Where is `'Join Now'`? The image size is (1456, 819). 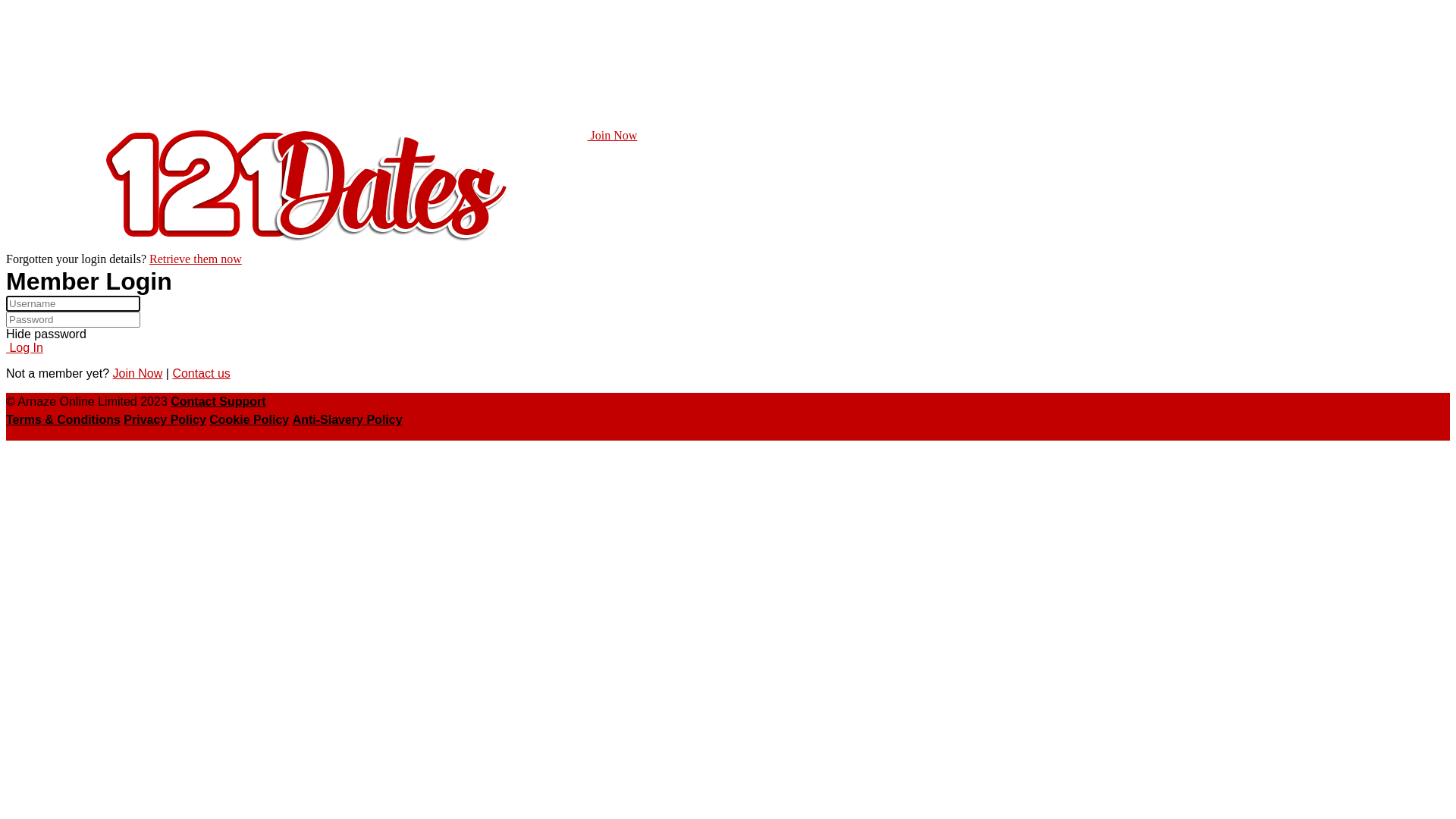
'Join Now' is located at coordinates (137, 373).